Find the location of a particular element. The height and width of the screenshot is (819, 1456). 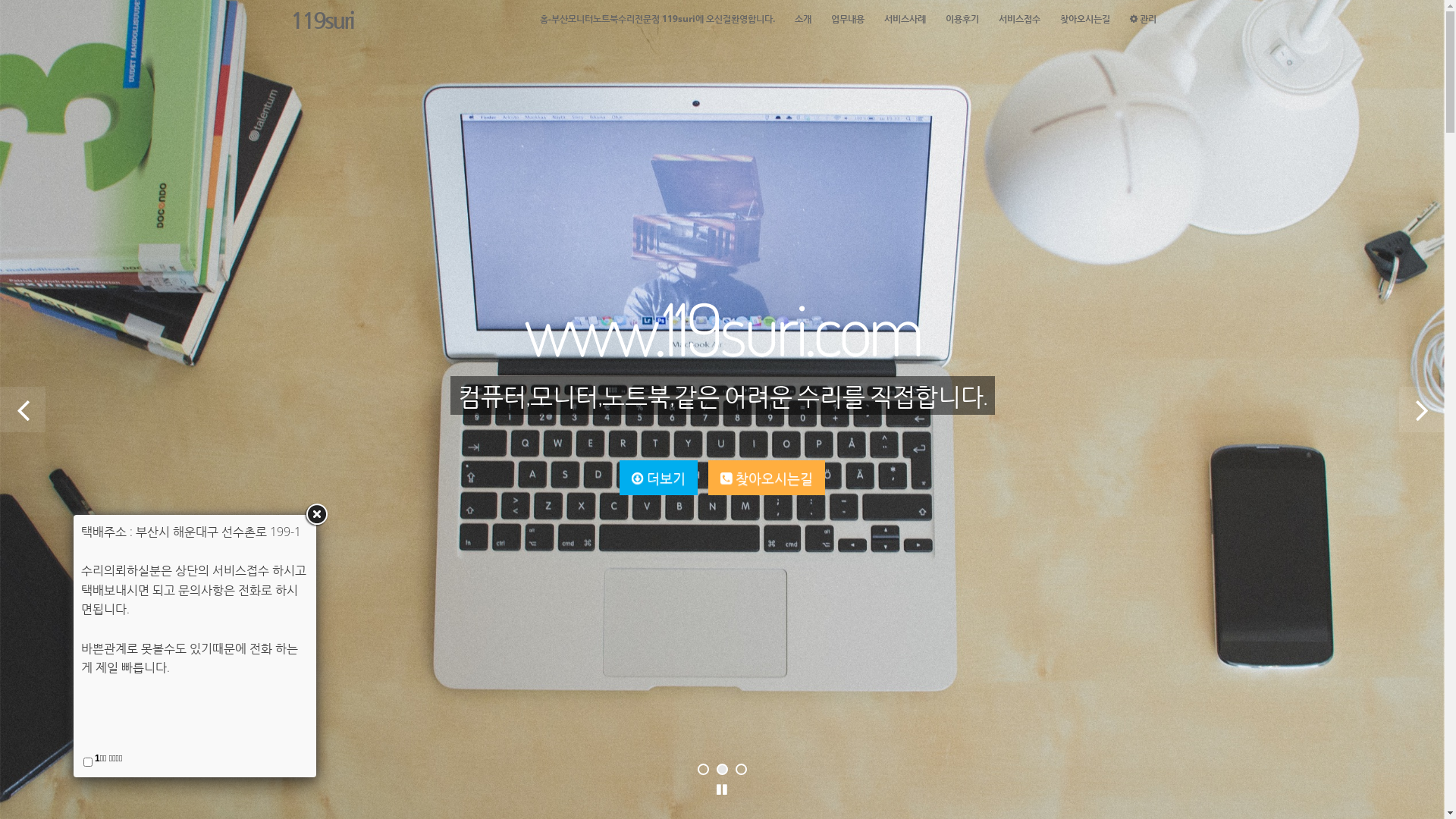

'Close' is located at coordinates (315, 513).